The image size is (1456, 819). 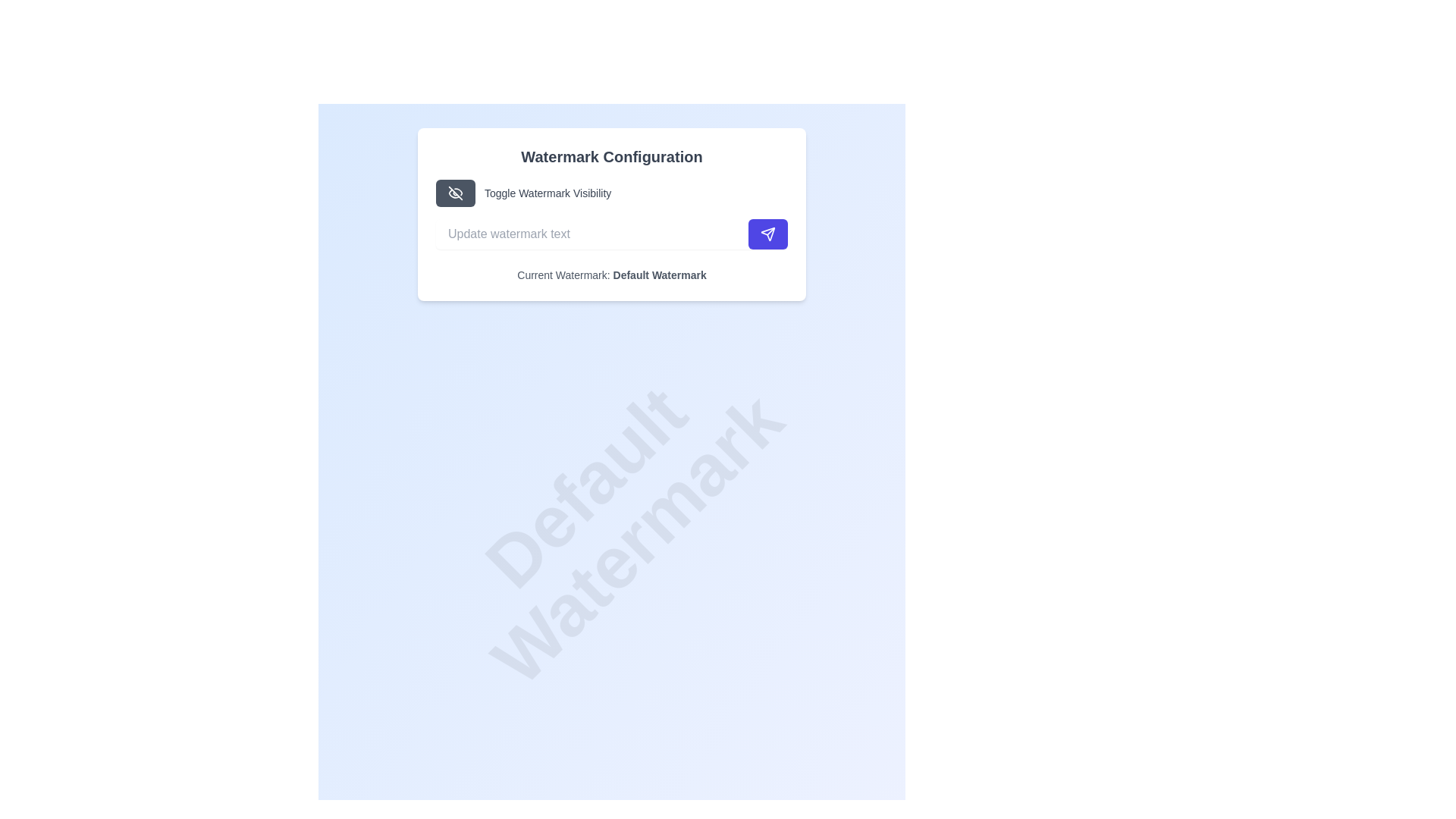 I want to click on the stylized paper plane icon button, which is located at the right-hand side of the 'Update watermark text' field, so click(x=767, y=234).